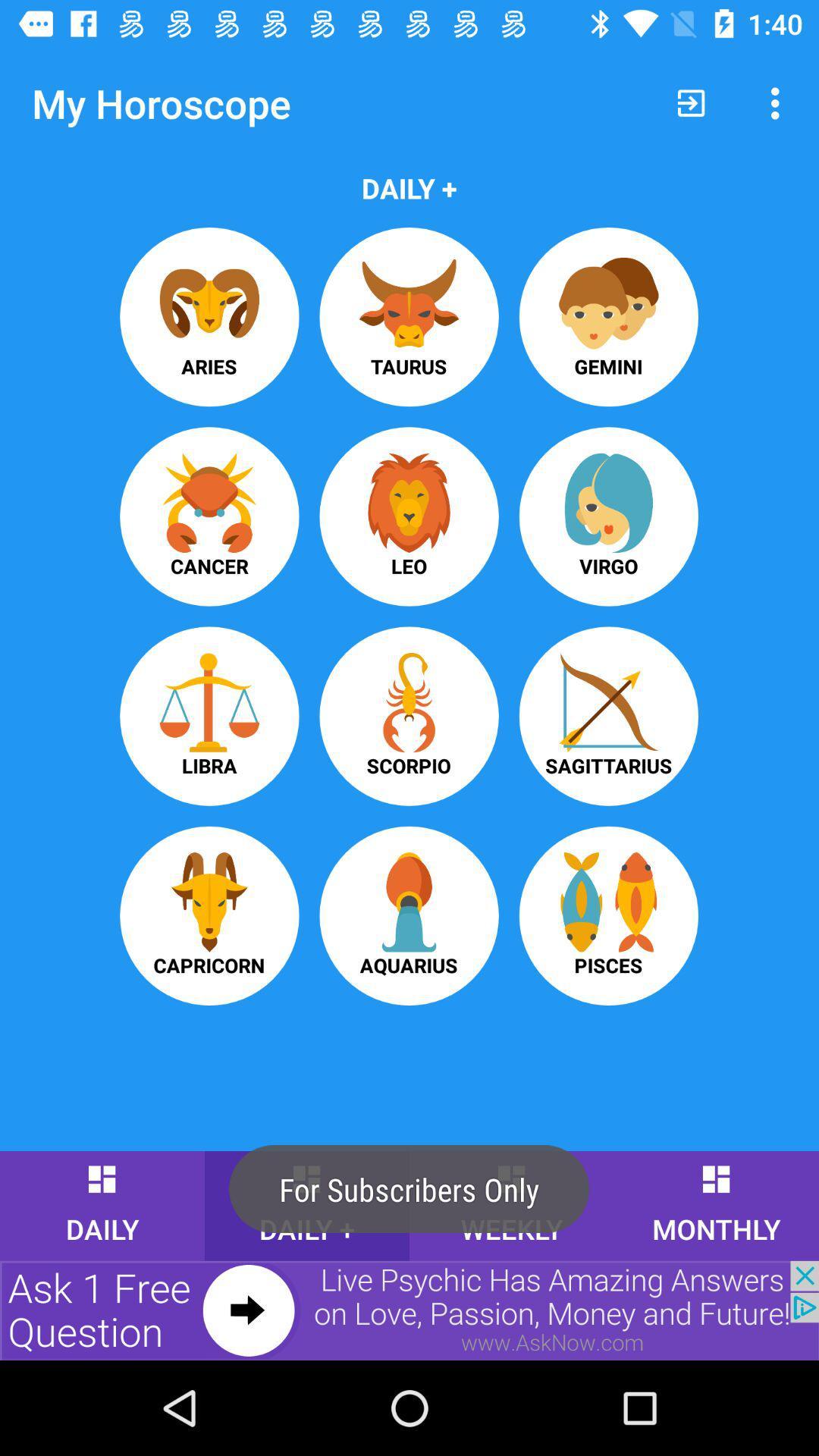  What do you see at coordinates (409, 1310) in the screenshot?
I see `advertising partner` at bounding box center [409, 1310].